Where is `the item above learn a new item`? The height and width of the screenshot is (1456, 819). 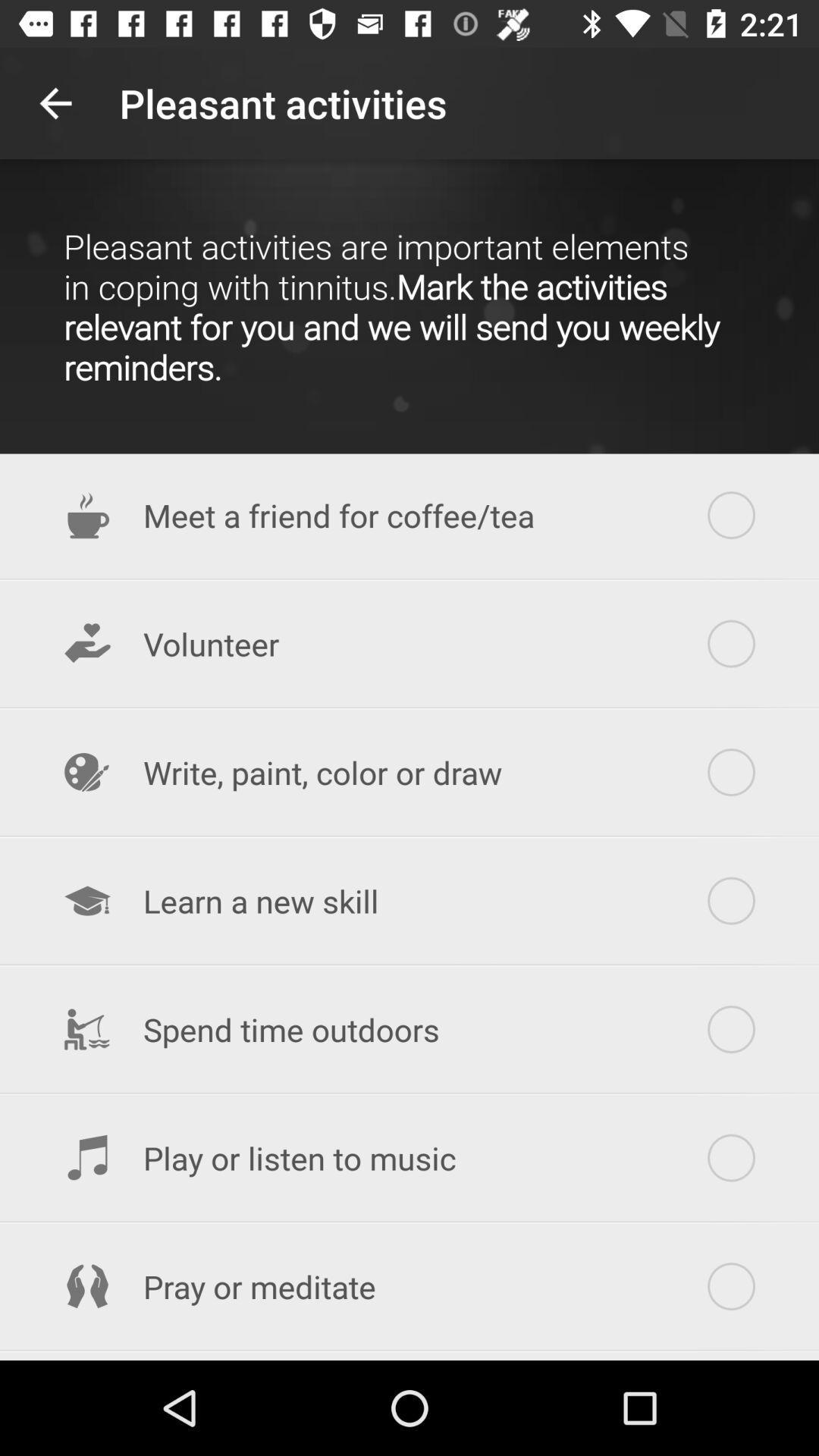
the item above learn a new item is located at coordinates (409, 772).